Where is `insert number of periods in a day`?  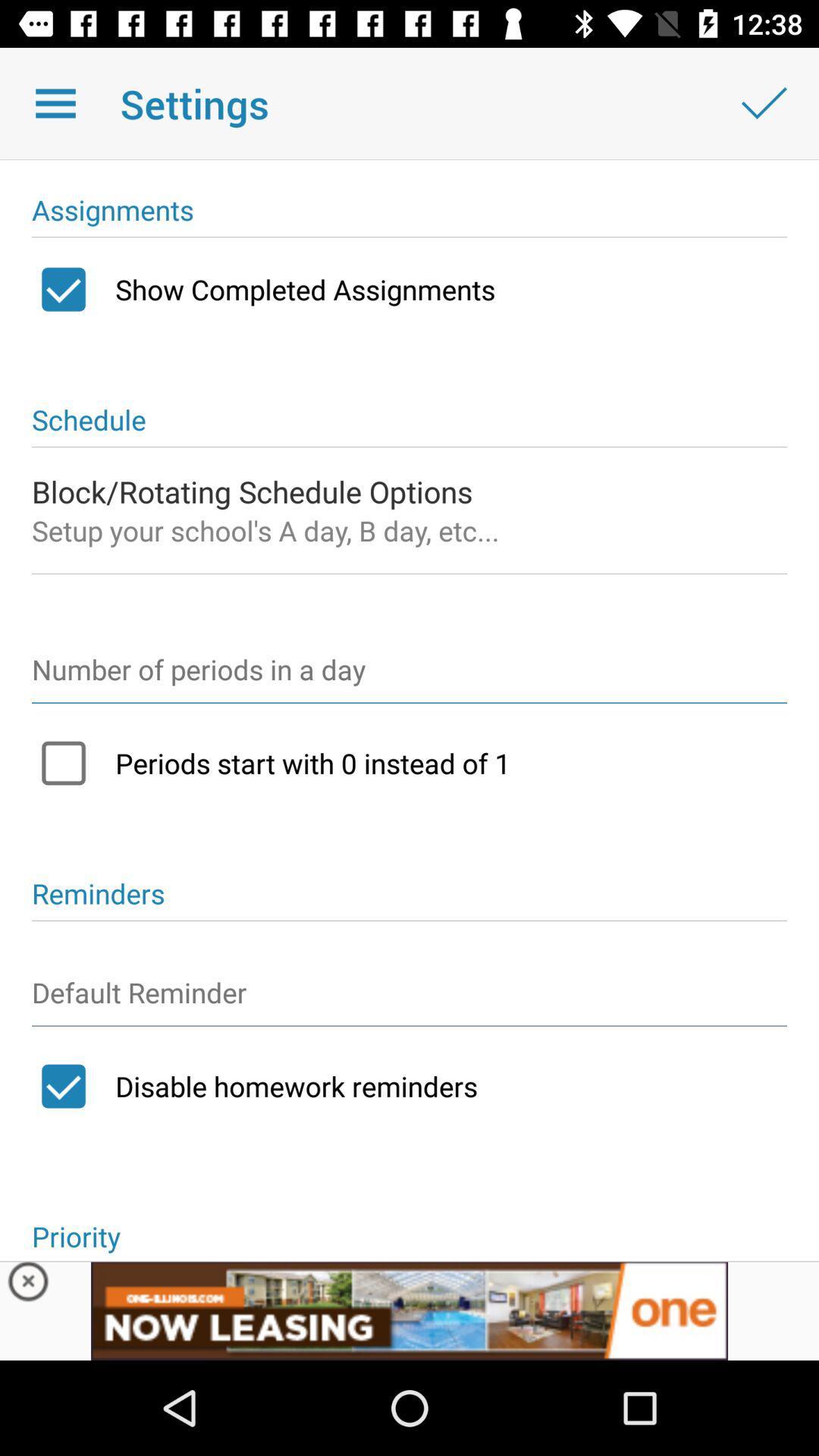 insert number of periods in a day is located at coordinates (409, 676).